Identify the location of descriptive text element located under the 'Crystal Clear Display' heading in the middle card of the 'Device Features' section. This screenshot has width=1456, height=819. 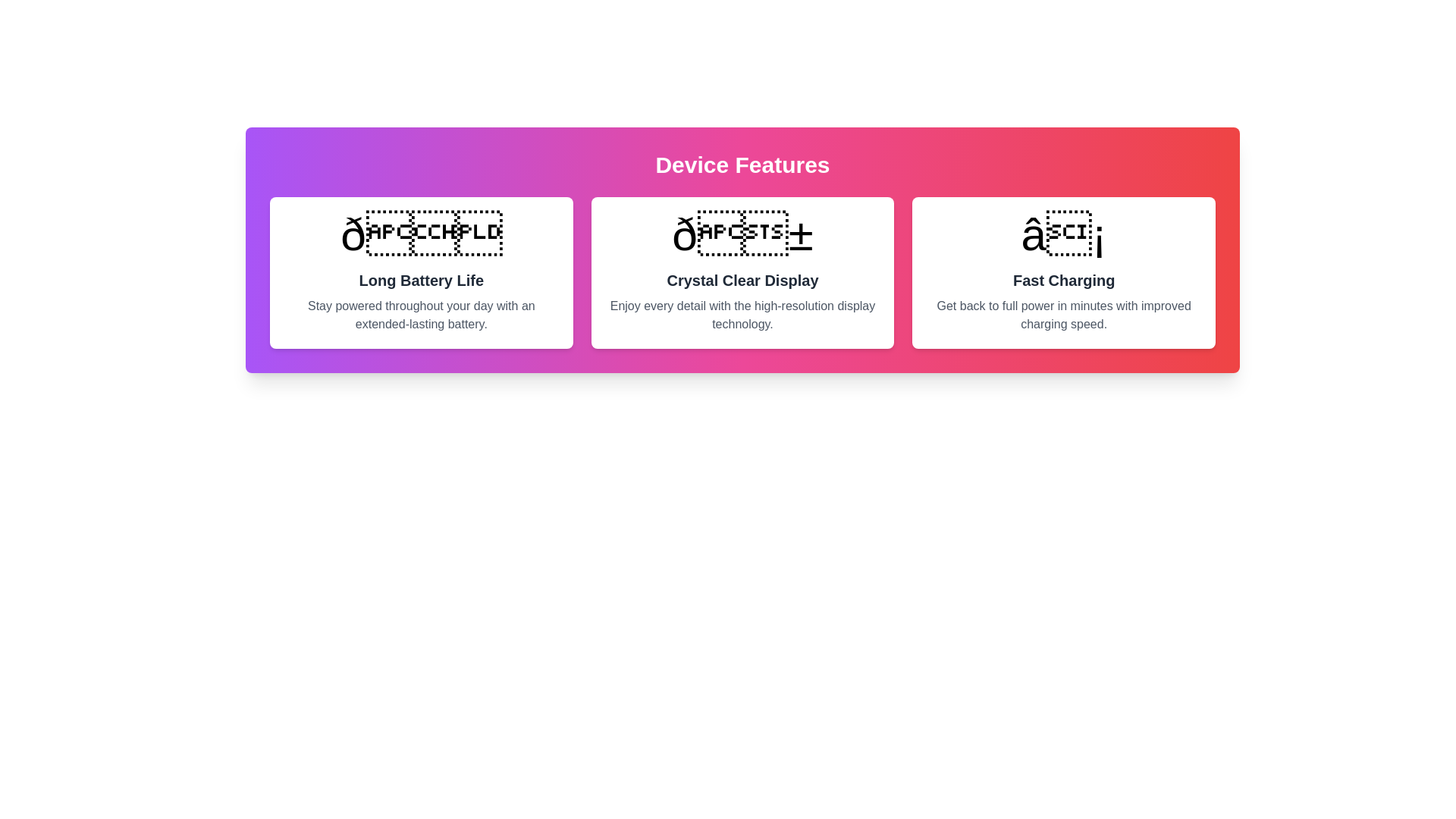
(742, 315).